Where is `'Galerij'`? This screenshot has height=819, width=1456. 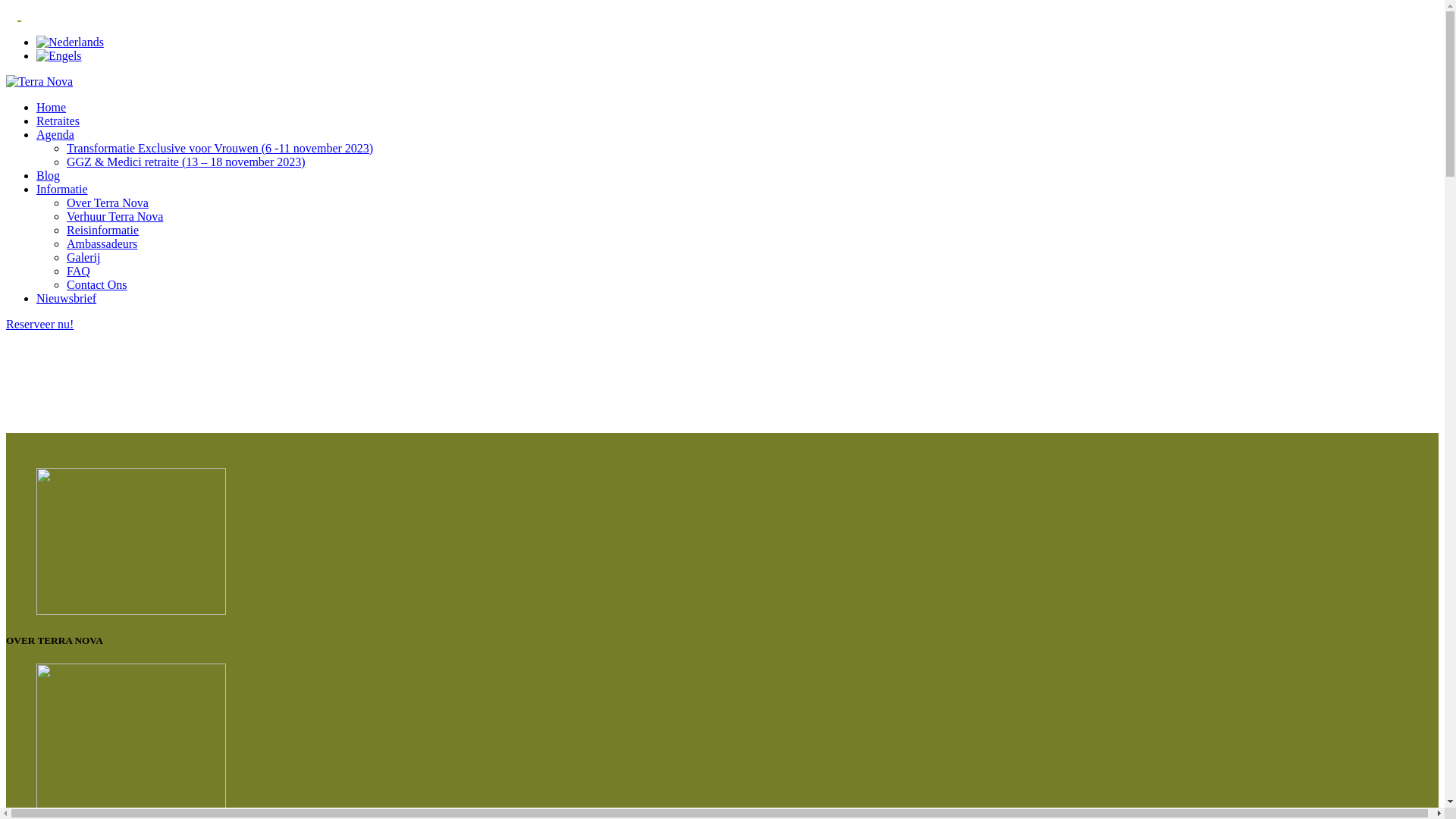 'Galerij' is located at coordinates (83, 256).